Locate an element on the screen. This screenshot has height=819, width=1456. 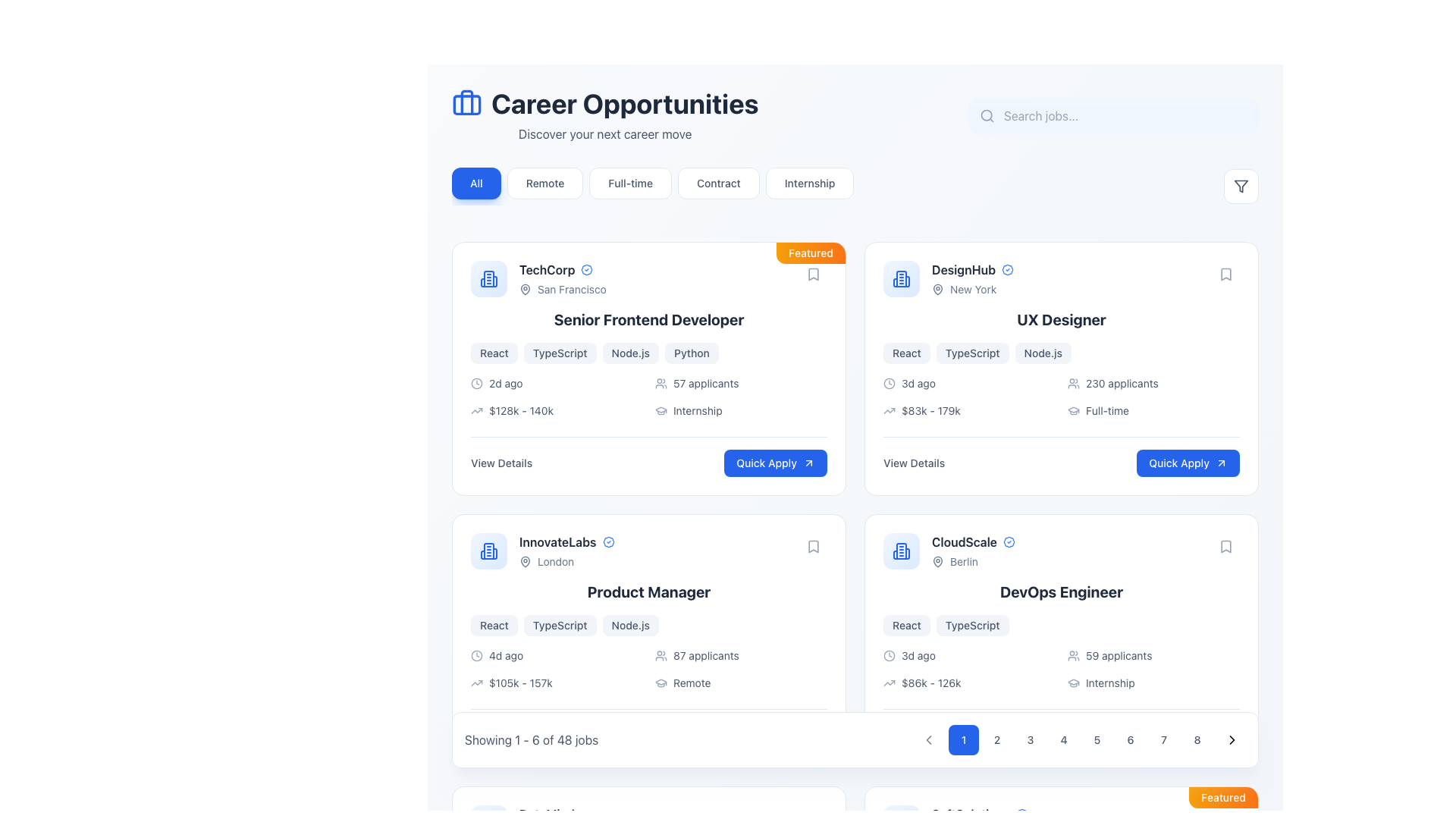
the bookmark button located in the top right corner of the 'DesignHub' job card is located at coordinates (1226, 275).